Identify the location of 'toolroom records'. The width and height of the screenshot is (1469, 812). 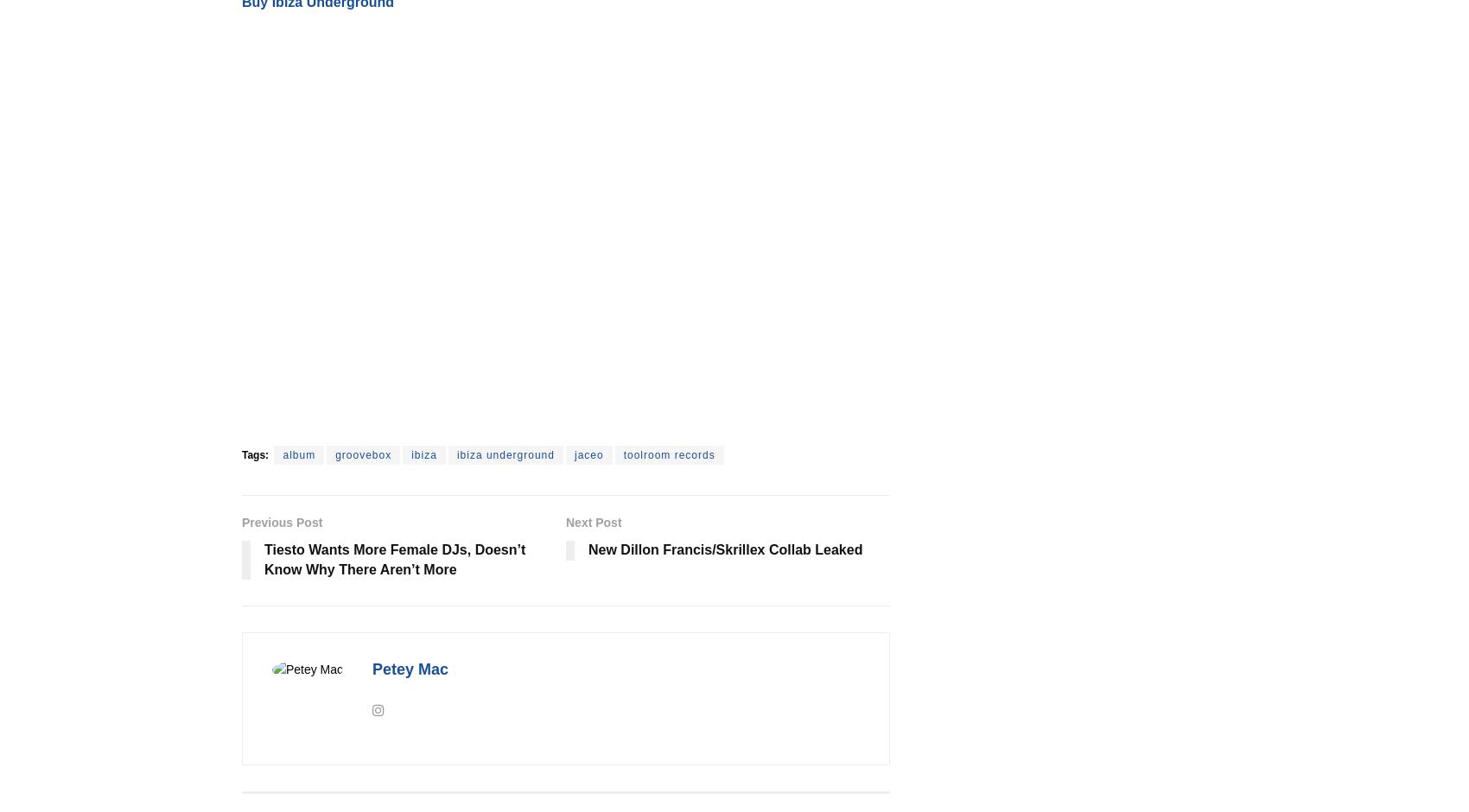
(668, 454).